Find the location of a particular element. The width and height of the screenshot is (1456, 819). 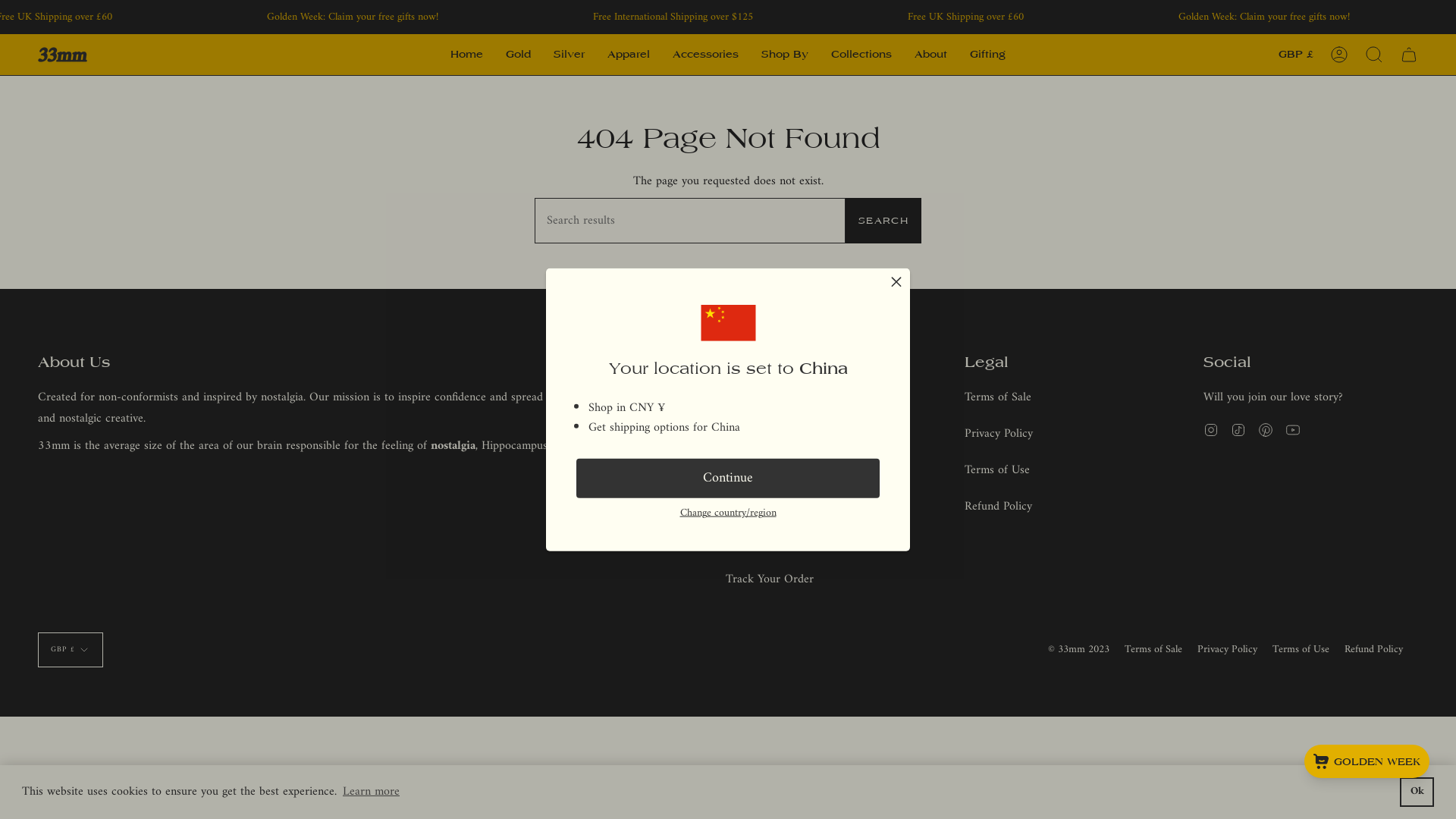

'Terms of Sale' is located at coordinates (1153, 648).